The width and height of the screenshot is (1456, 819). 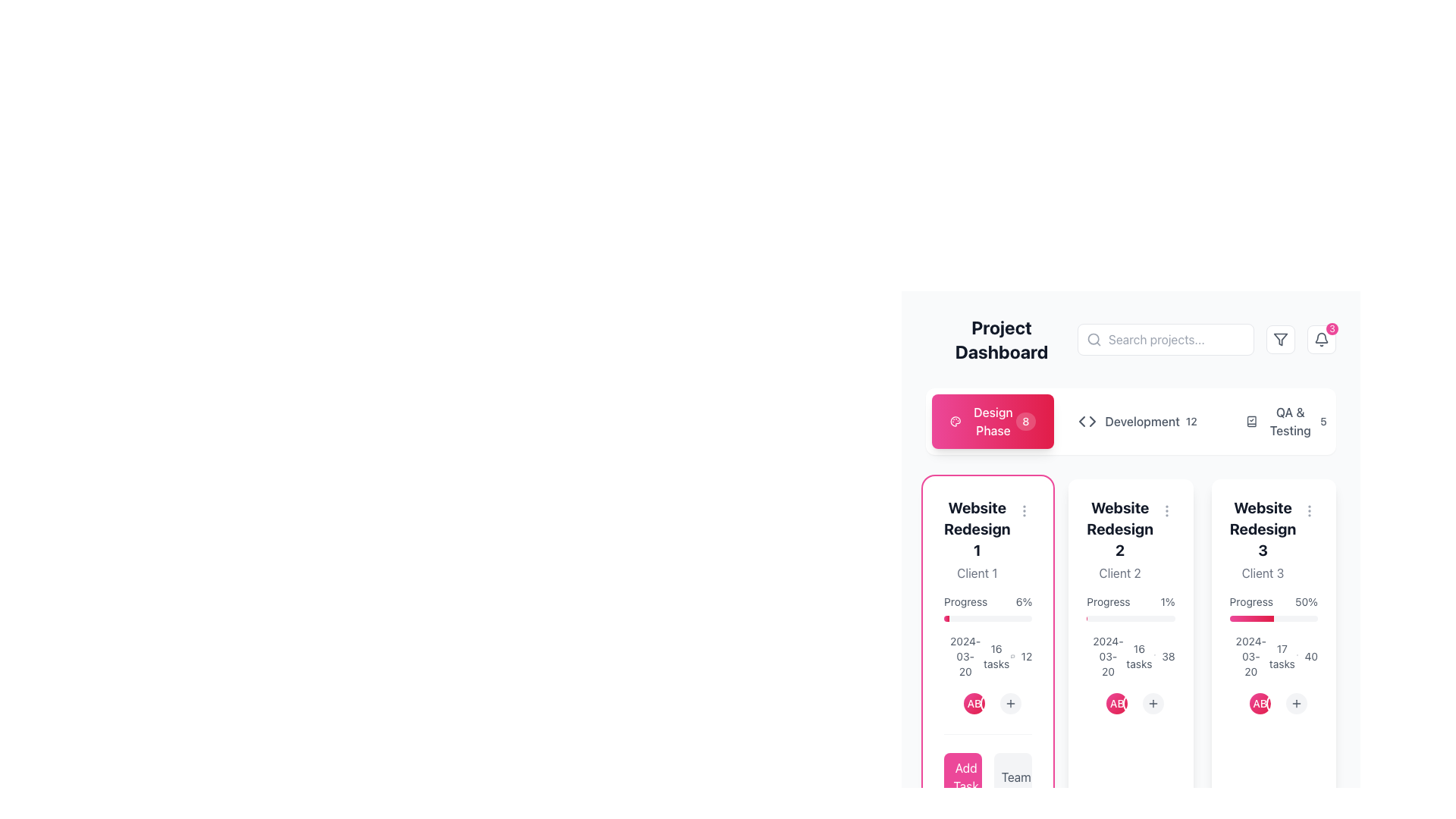 I want to click on displayed text from the counter badge located at the top right corner of the 'QA & Testing' section, following the label text 'QA & Testing', so click(x=1323, y=421).